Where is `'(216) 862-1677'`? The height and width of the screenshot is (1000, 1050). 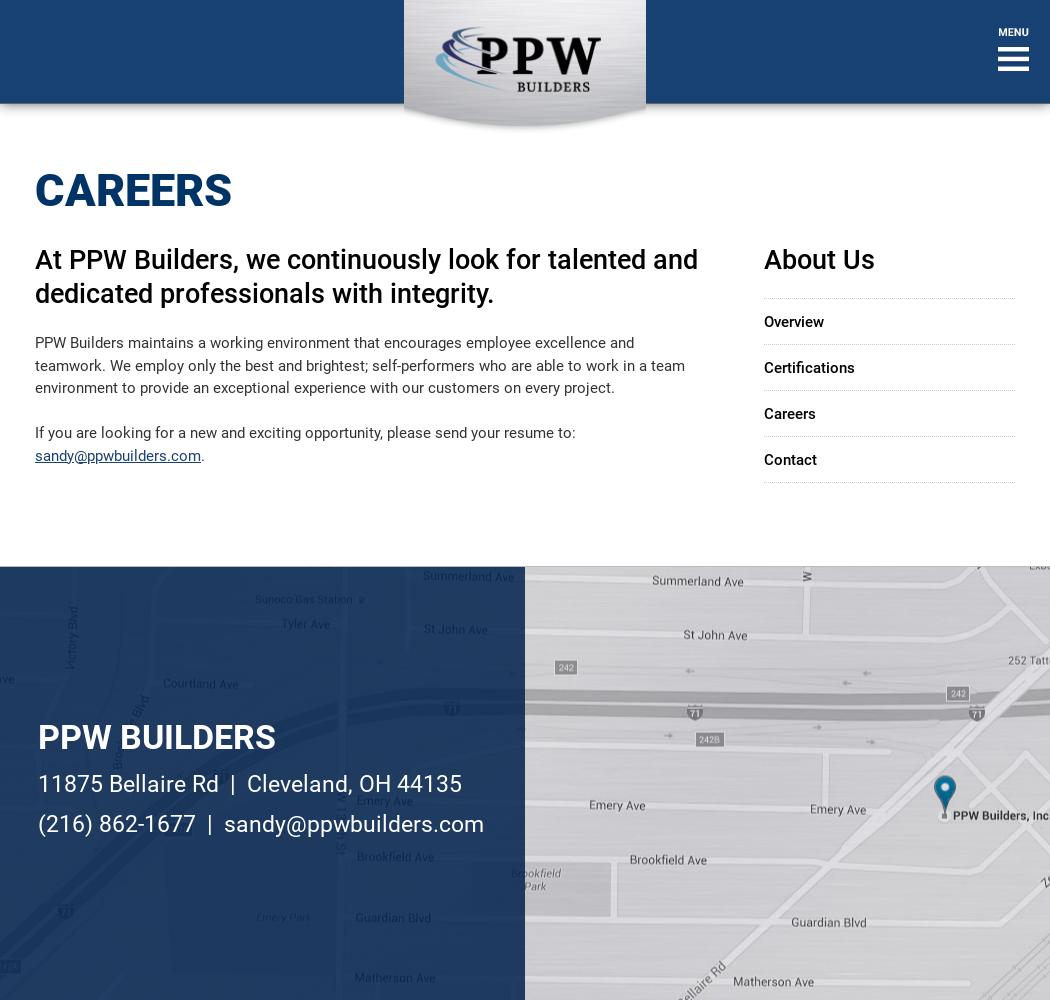 '(216) 862-1677' is located at coordinates (117, 823).